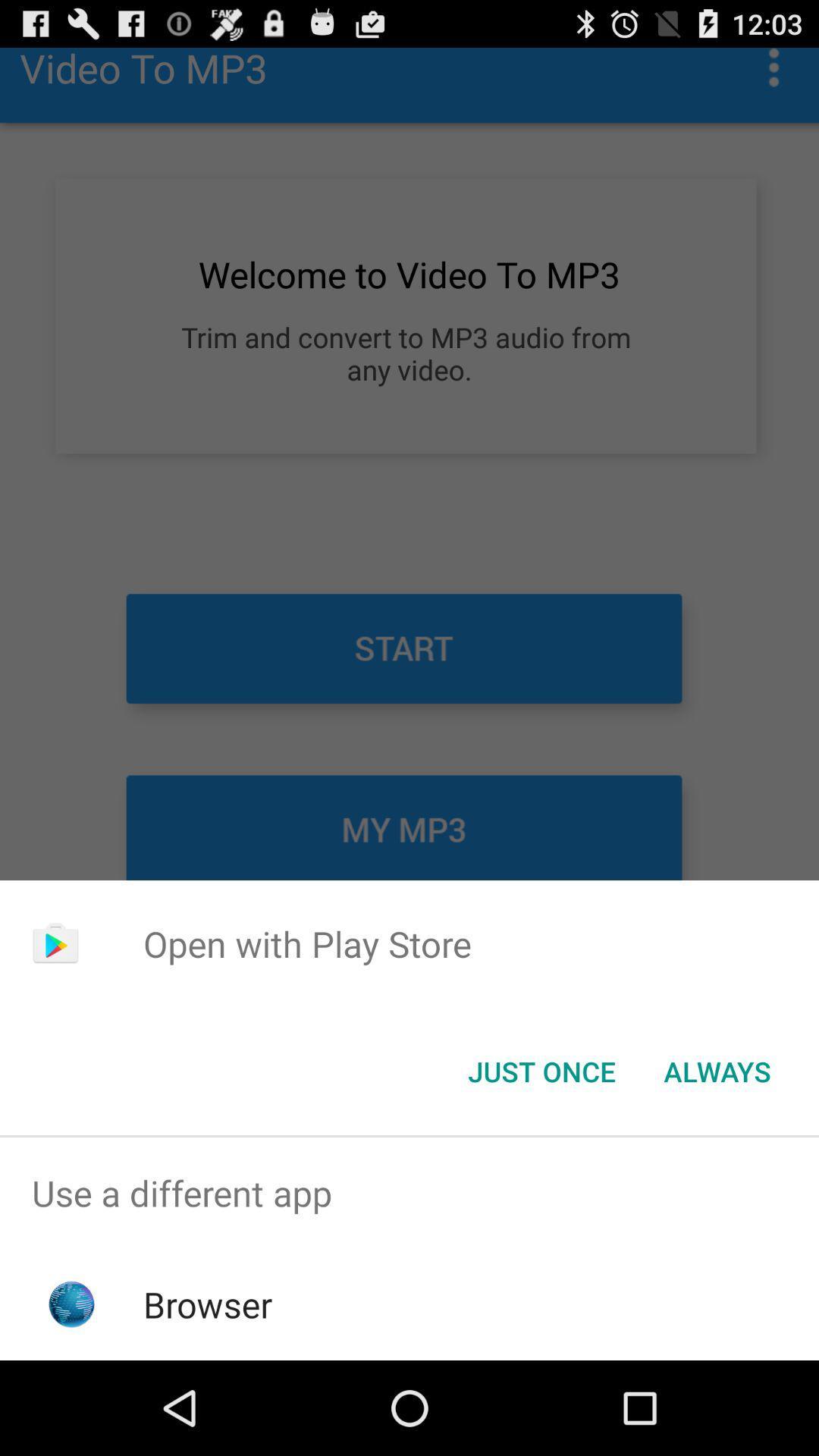 This screenshot has height=1456, width=819. I want to click on the item next to the always, so click(541, 1070).